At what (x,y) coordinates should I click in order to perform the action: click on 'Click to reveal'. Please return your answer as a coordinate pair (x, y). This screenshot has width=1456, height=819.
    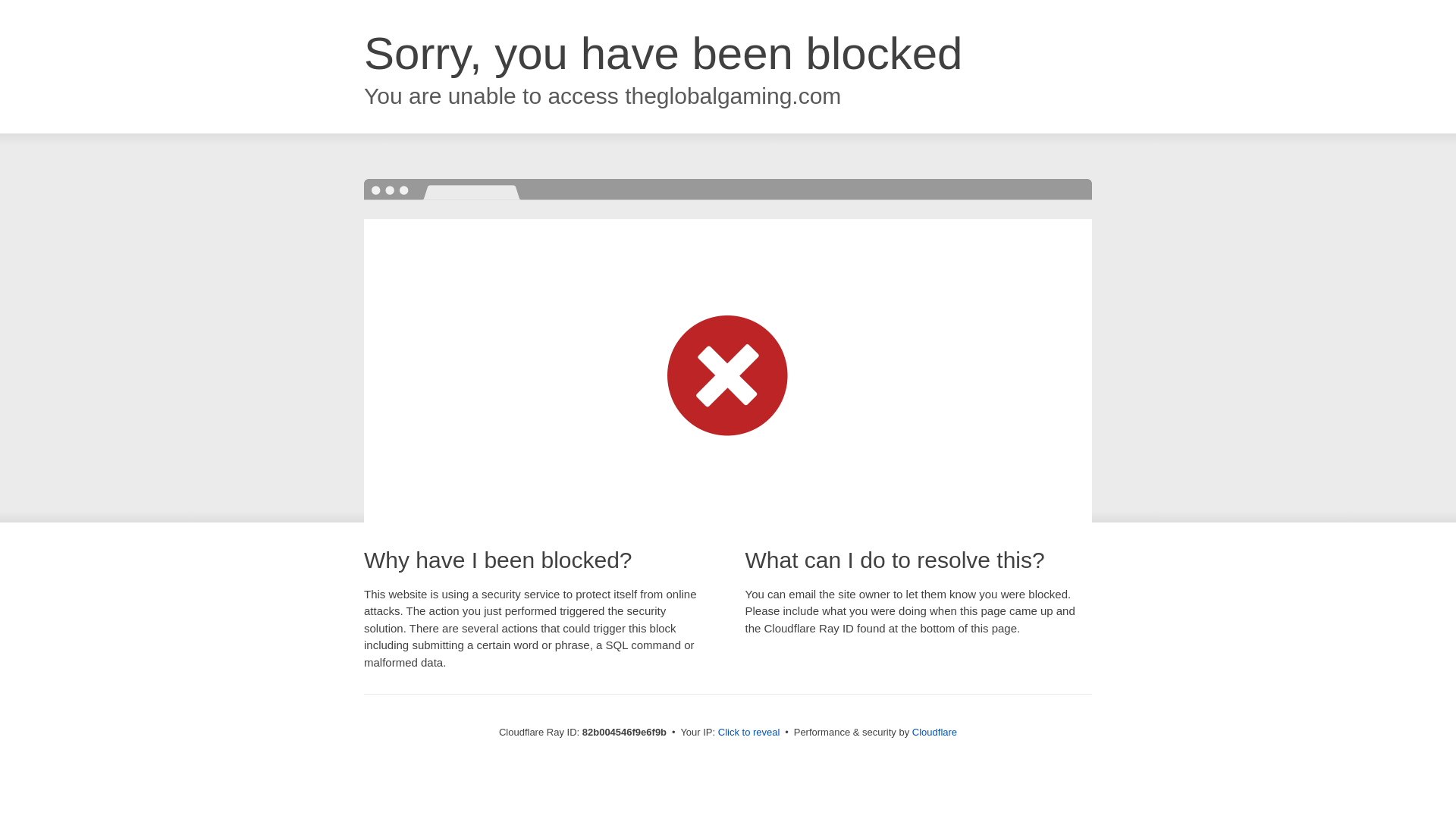
    Looking at the image, I should click on (749, 731).